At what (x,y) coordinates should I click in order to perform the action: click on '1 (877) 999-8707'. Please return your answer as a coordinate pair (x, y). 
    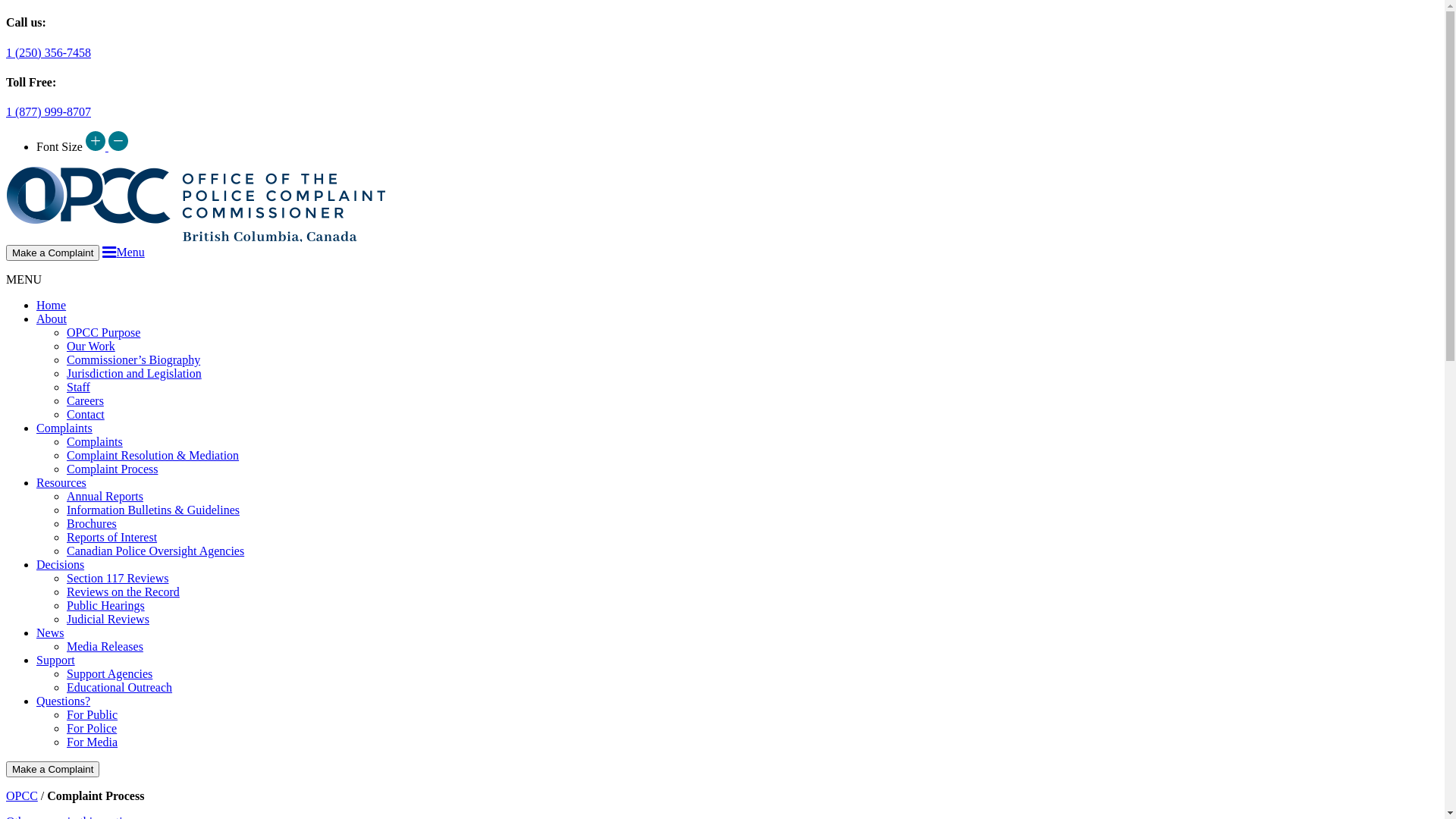
    Looking at the image, I should click on (48, 111).